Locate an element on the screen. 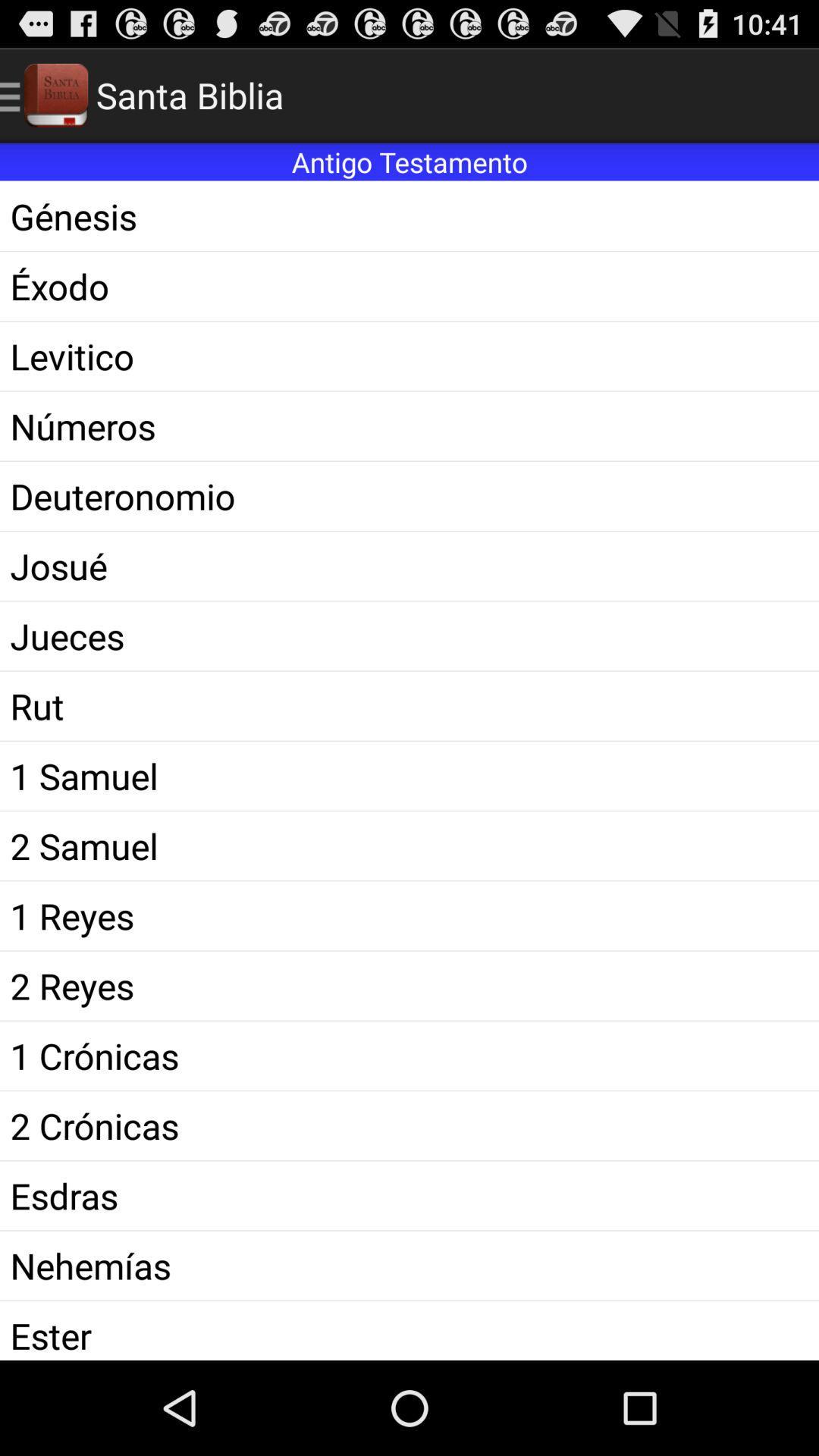 The image size is (819, 1456). icon below 1 samuel item is located at coordinates (409, 845).